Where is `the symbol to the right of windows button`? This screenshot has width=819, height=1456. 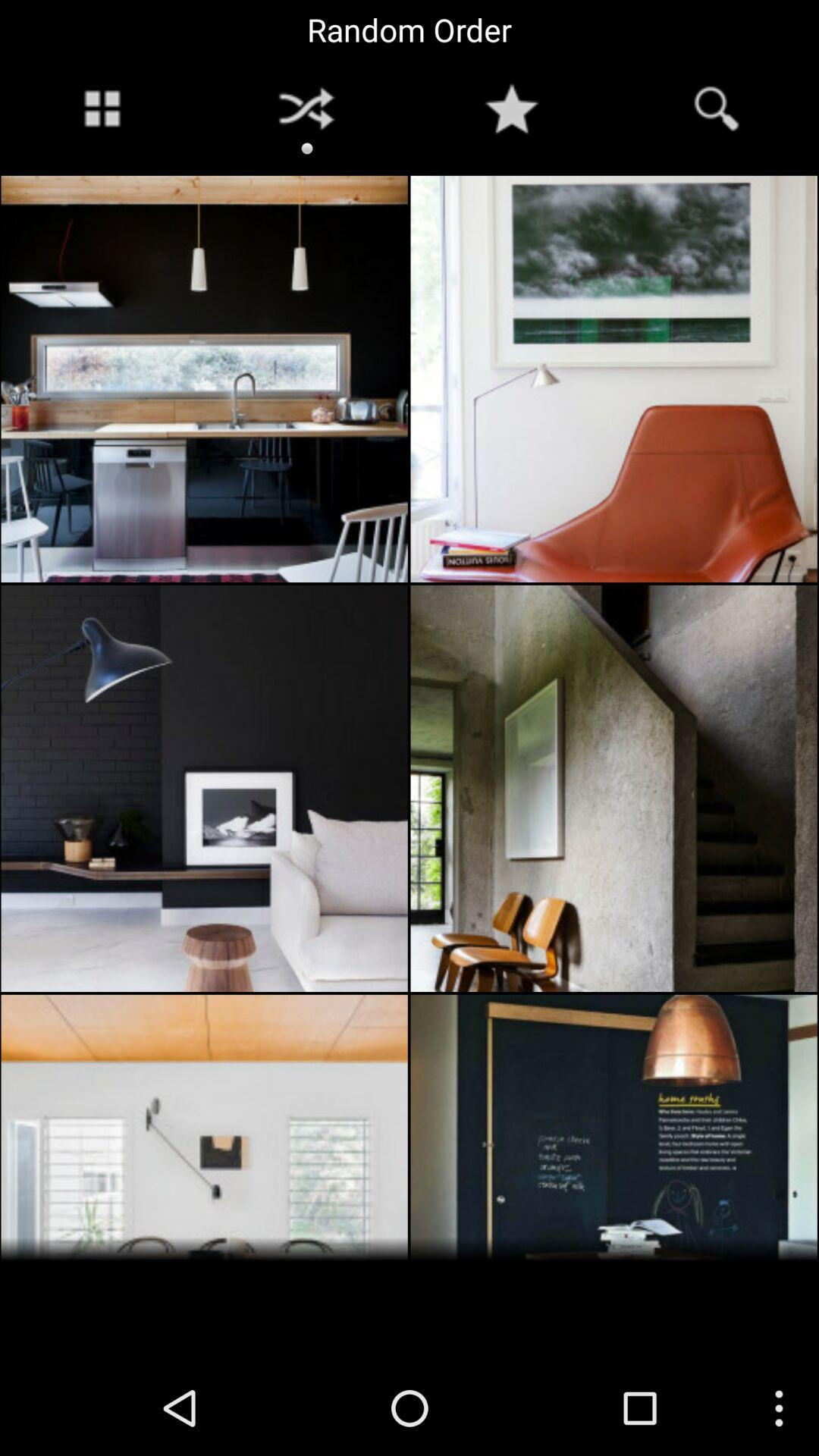
the symbol to the right of windows button is located at coordinates (307, 108).